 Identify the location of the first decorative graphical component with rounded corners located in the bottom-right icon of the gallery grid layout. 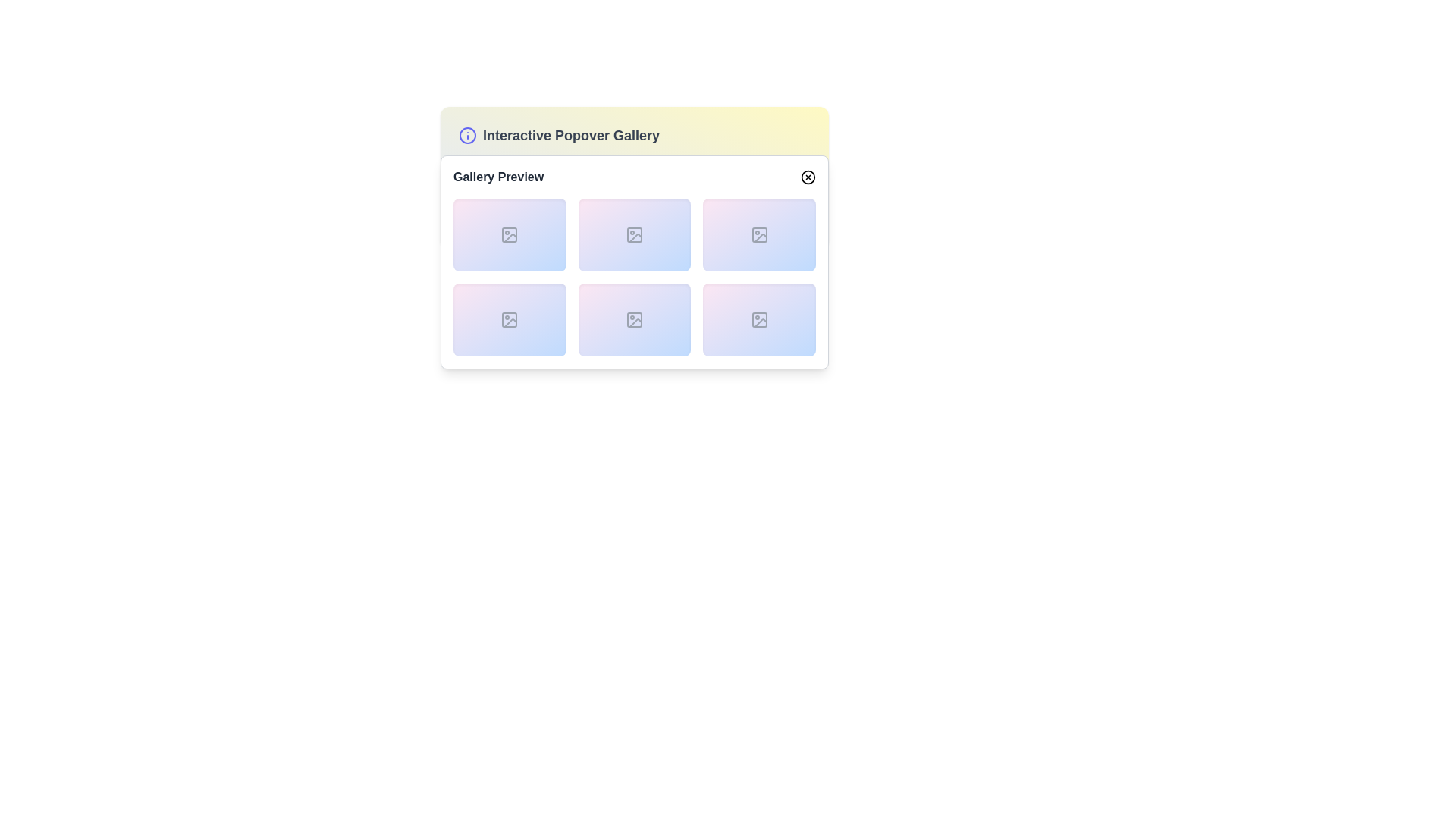
(759, 318).